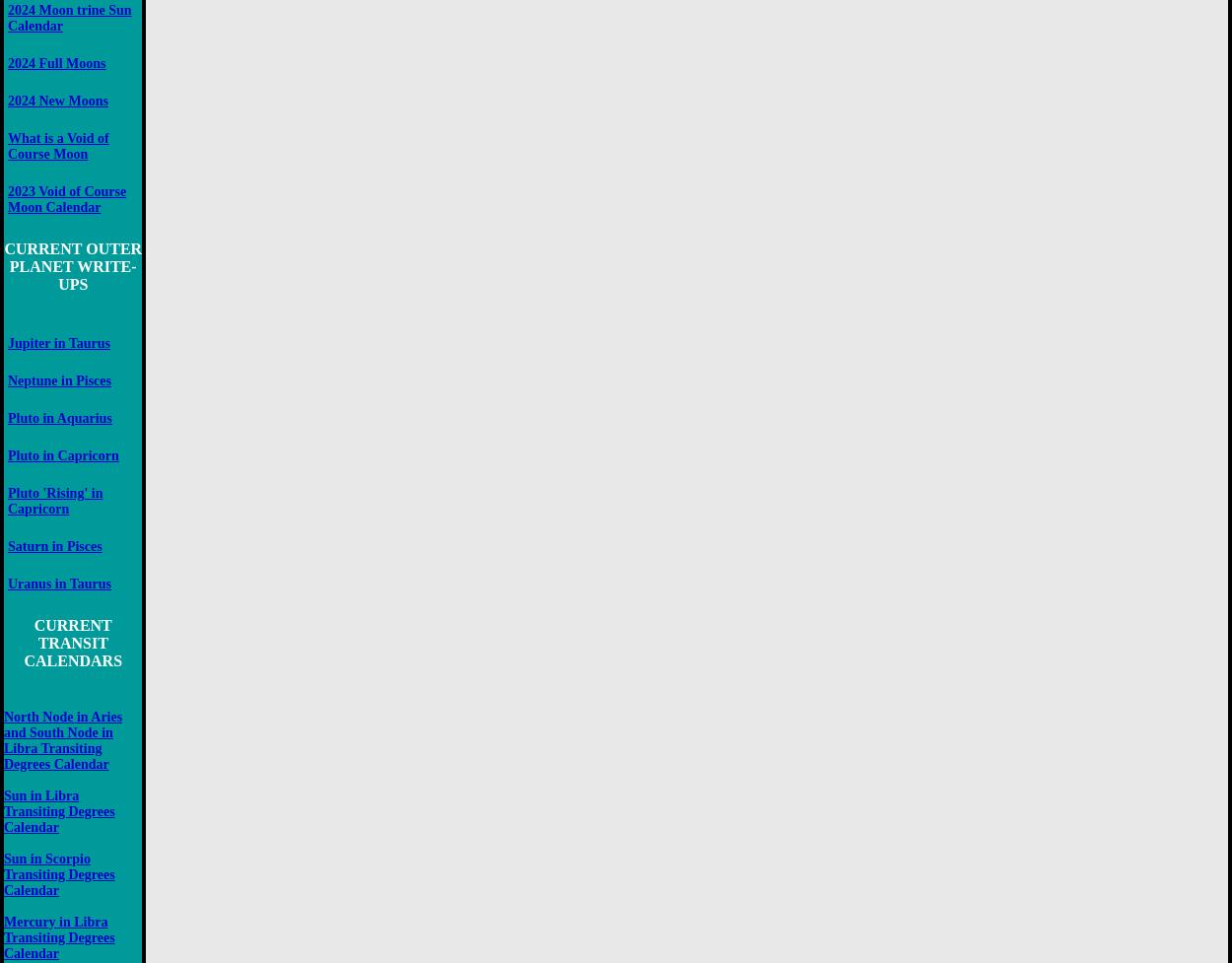  I want to click on 'CALENDARS', so click(72, 660).